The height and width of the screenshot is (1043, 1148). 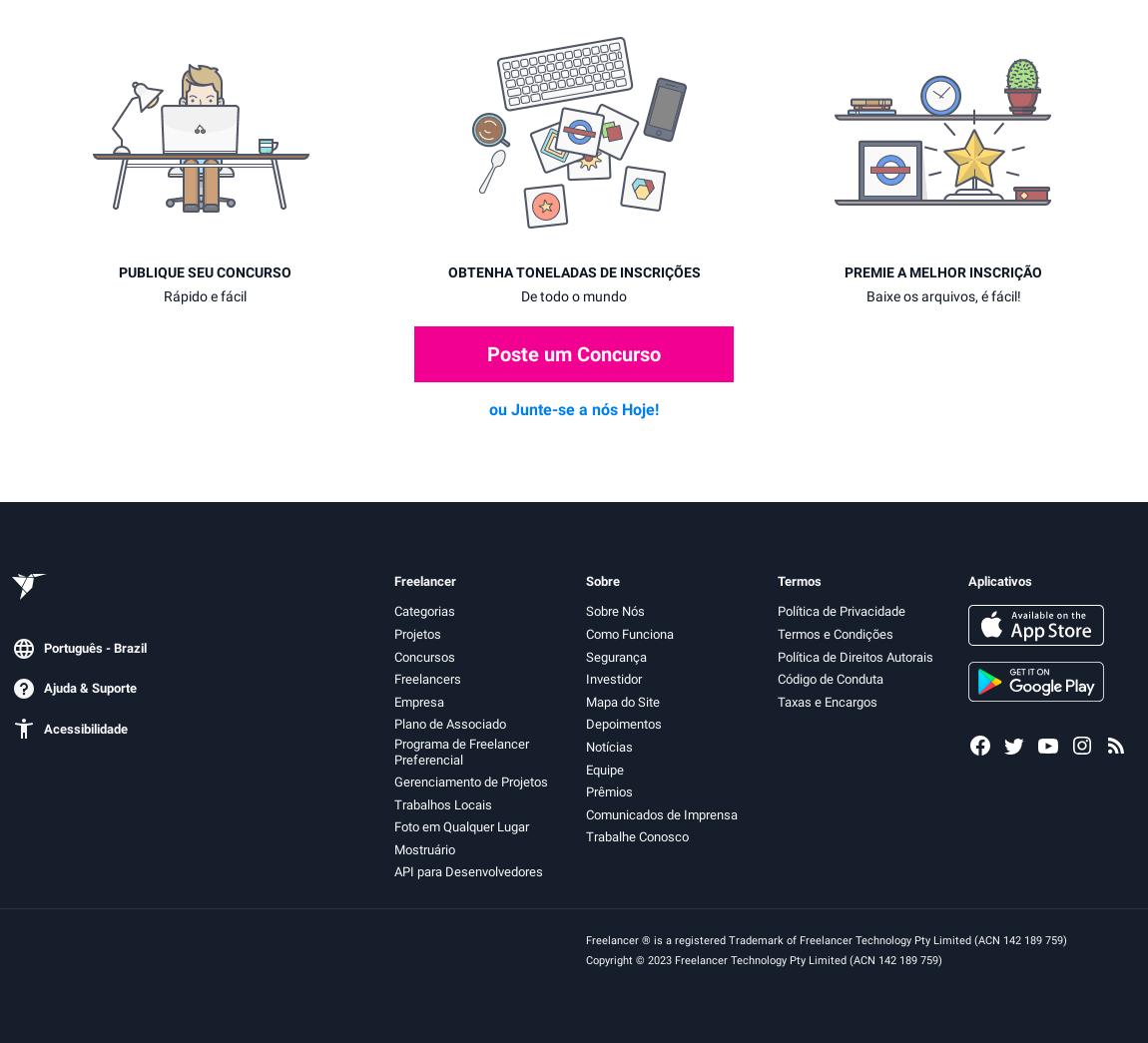 I want to click on 'Trabalhe Conosco', so click(x=635, y=835).